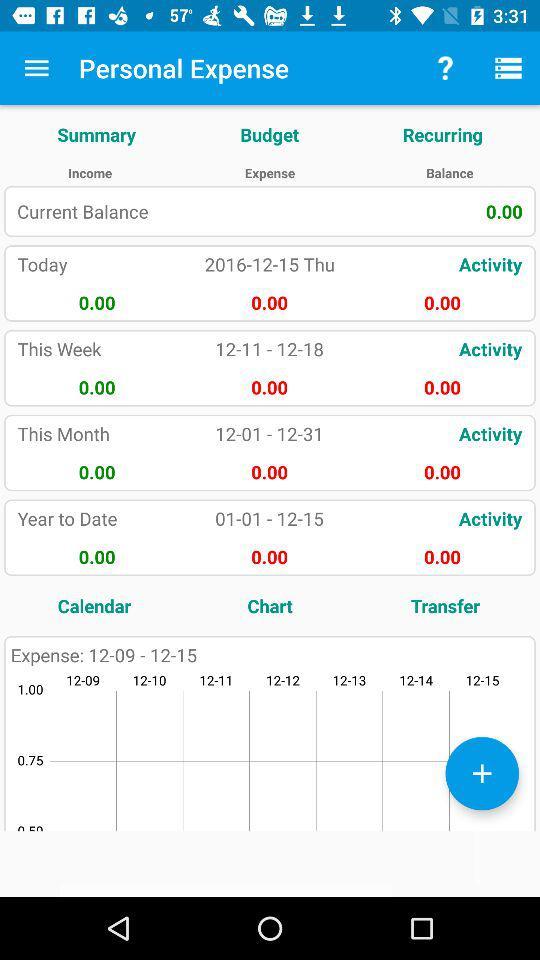 This screenshot has width=540, height=960. Describe the element at coordinates (445, 68) in the screenshot. I see `item next to personal expense icon` at that location.